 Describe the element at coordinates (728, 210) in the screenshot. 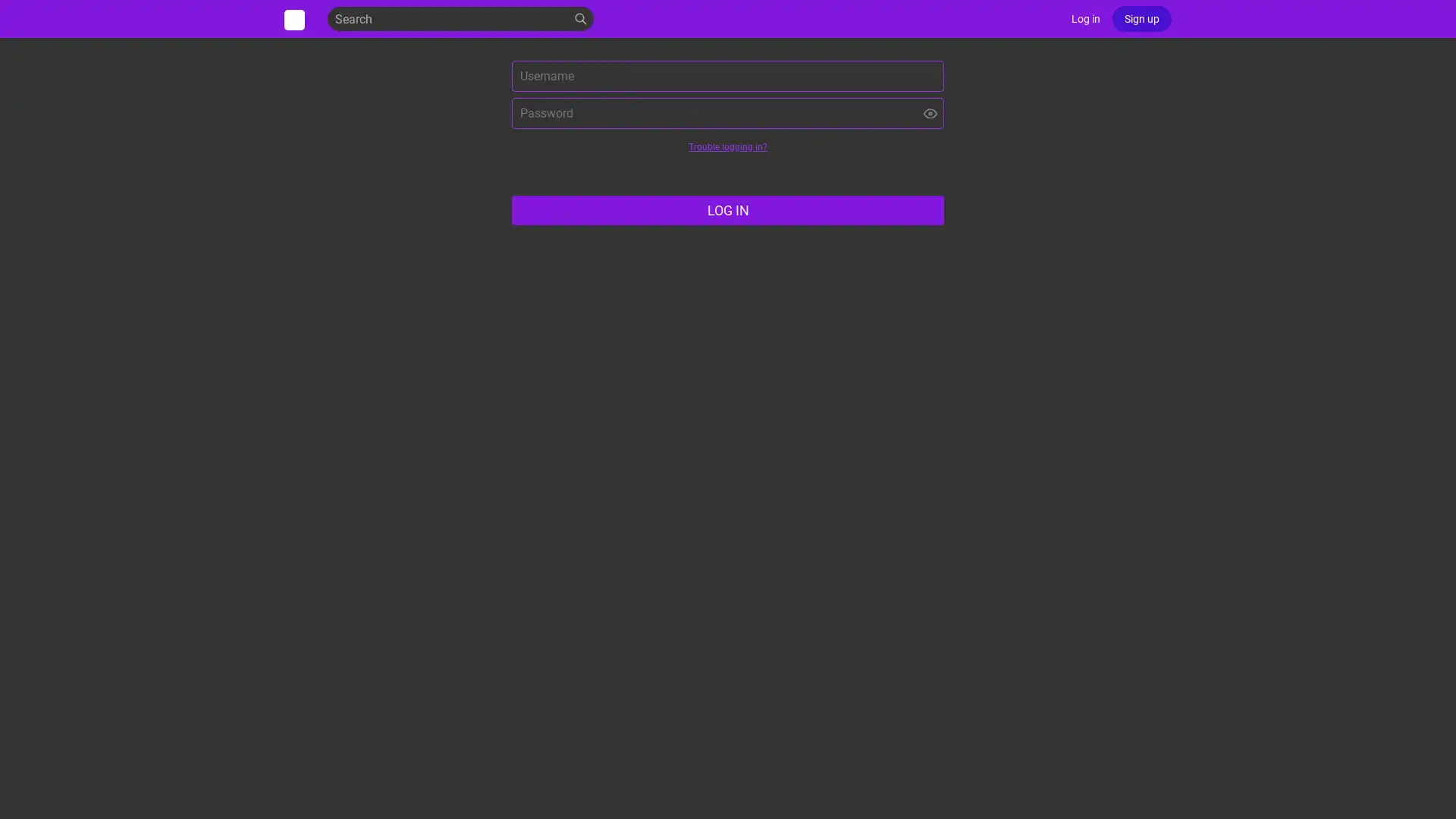

I see `LOG IN` at that location.